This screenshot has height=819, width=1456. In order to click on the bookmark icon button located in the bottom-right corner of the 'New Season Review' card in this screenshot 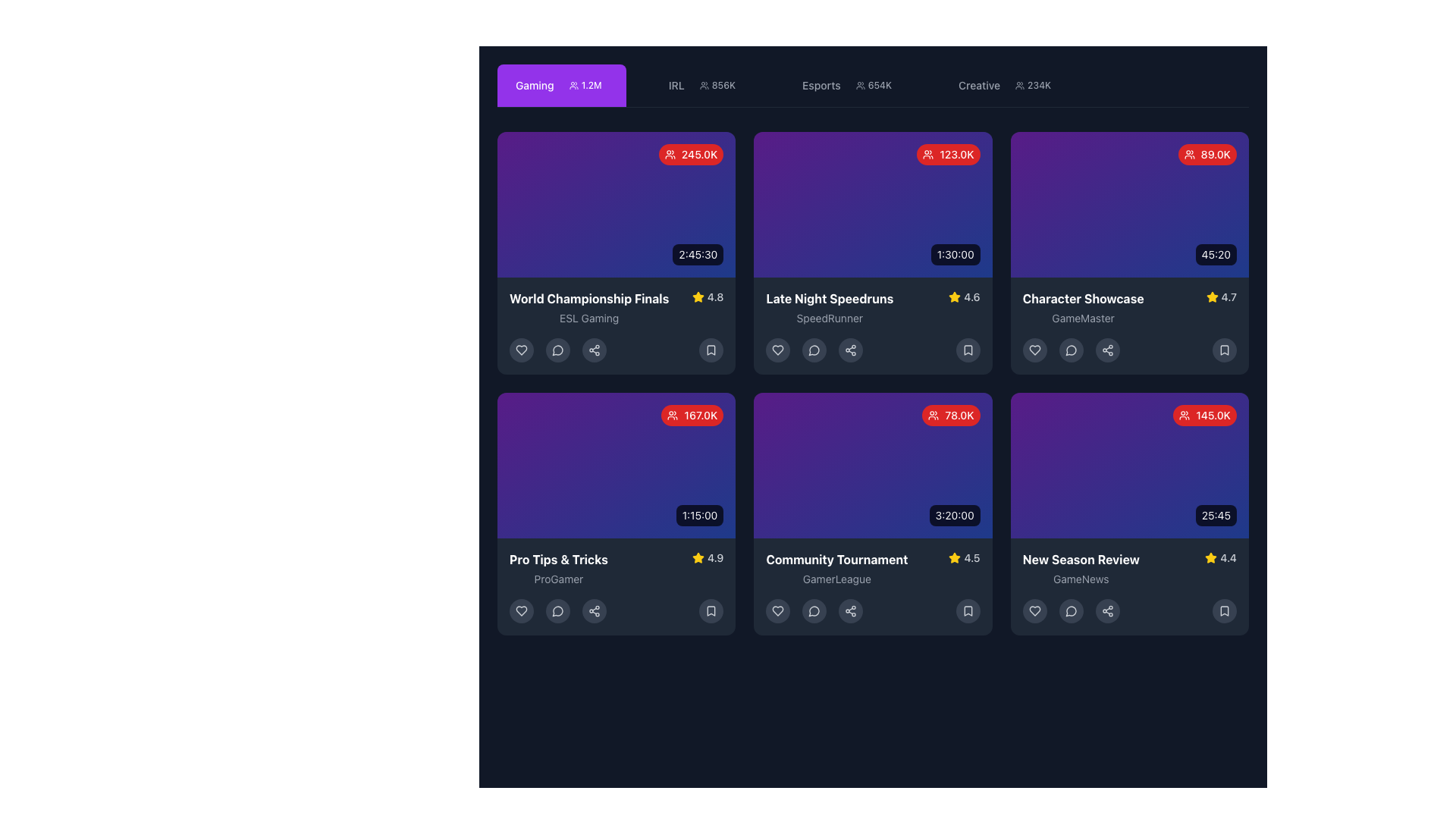, I will do `click(1224, 610)`.